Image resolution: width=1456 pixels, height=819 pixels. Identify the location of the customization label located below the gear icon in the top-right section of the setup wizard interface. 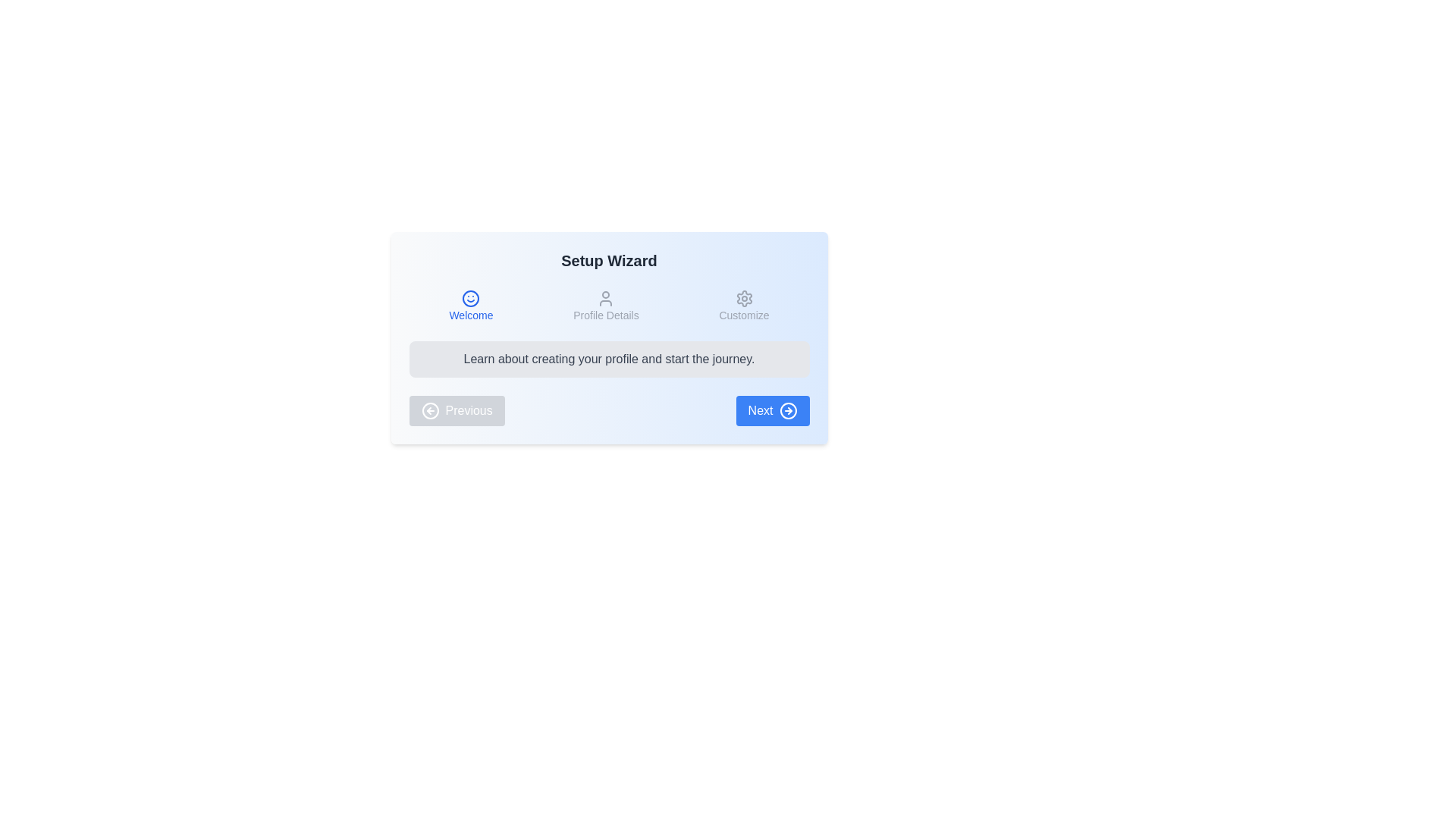
(744, 315).